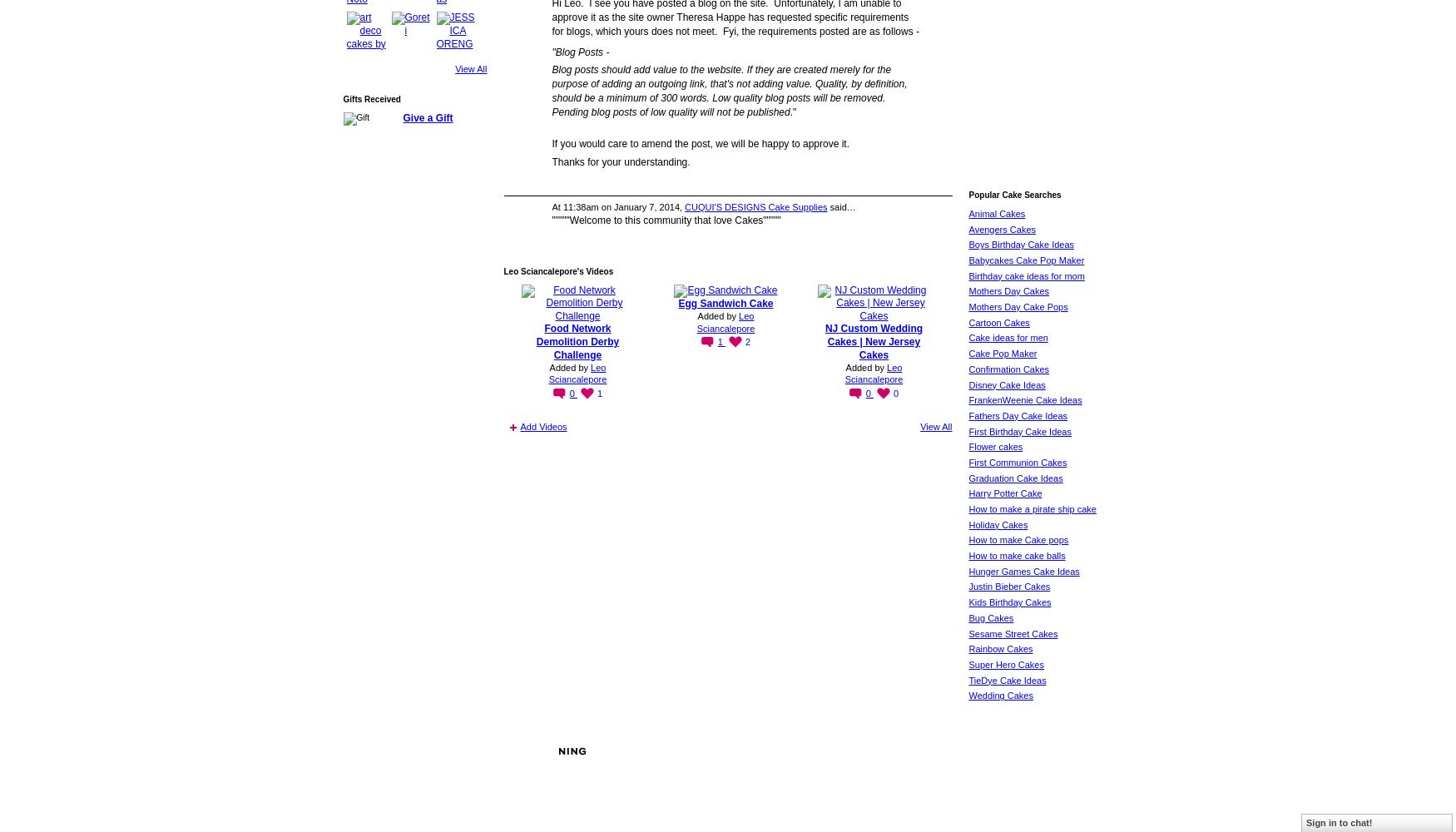 This screenshot has width=1456, height=832. Describe the element at coordinates (967, 664) in the screenshot. I see `'Super Hero Cakes'` at that location.